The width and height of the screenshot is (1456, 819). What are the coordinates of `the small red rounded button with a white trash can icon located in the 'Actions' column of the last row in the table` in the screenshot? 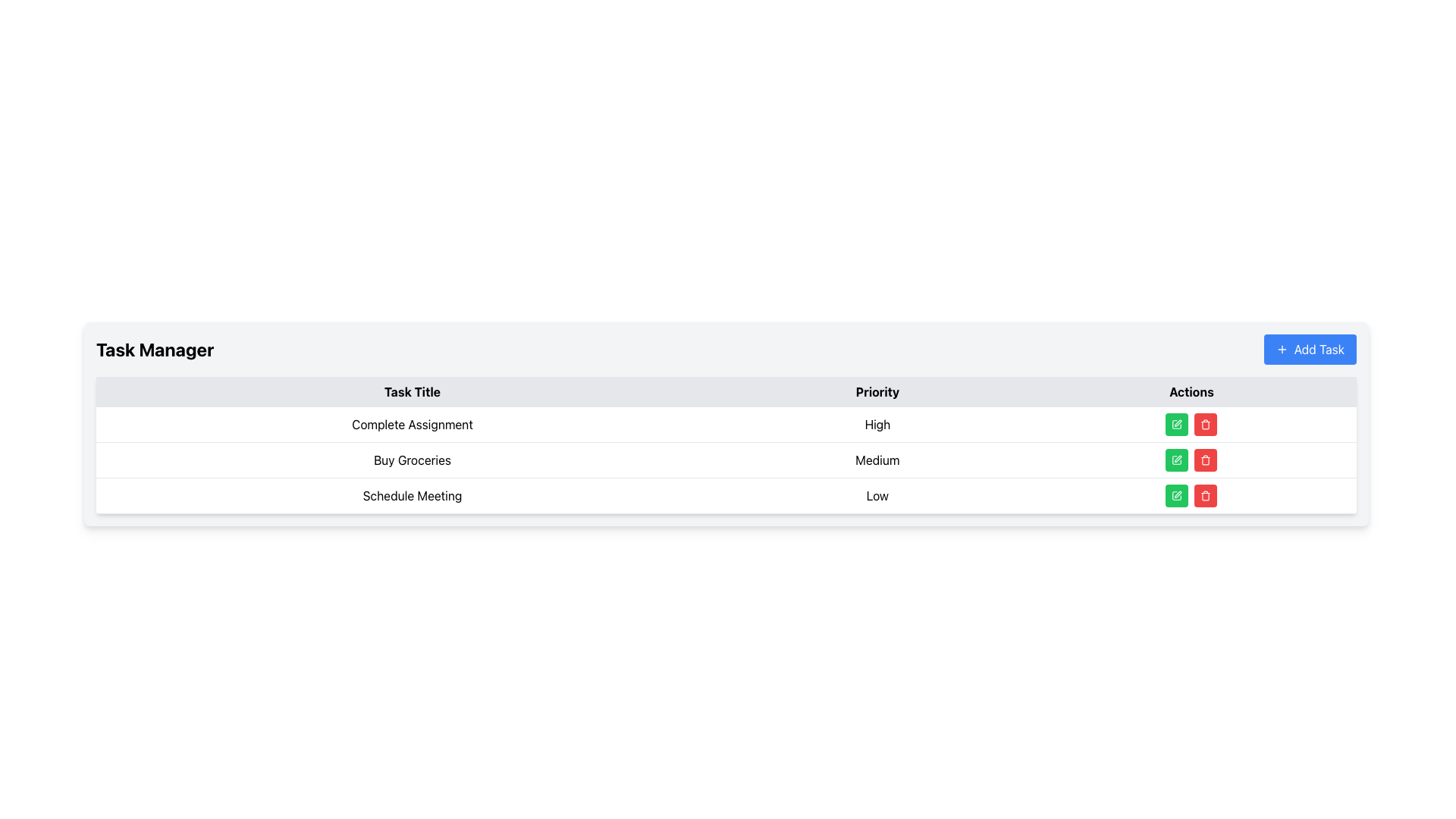 It's located at (1205, 424).